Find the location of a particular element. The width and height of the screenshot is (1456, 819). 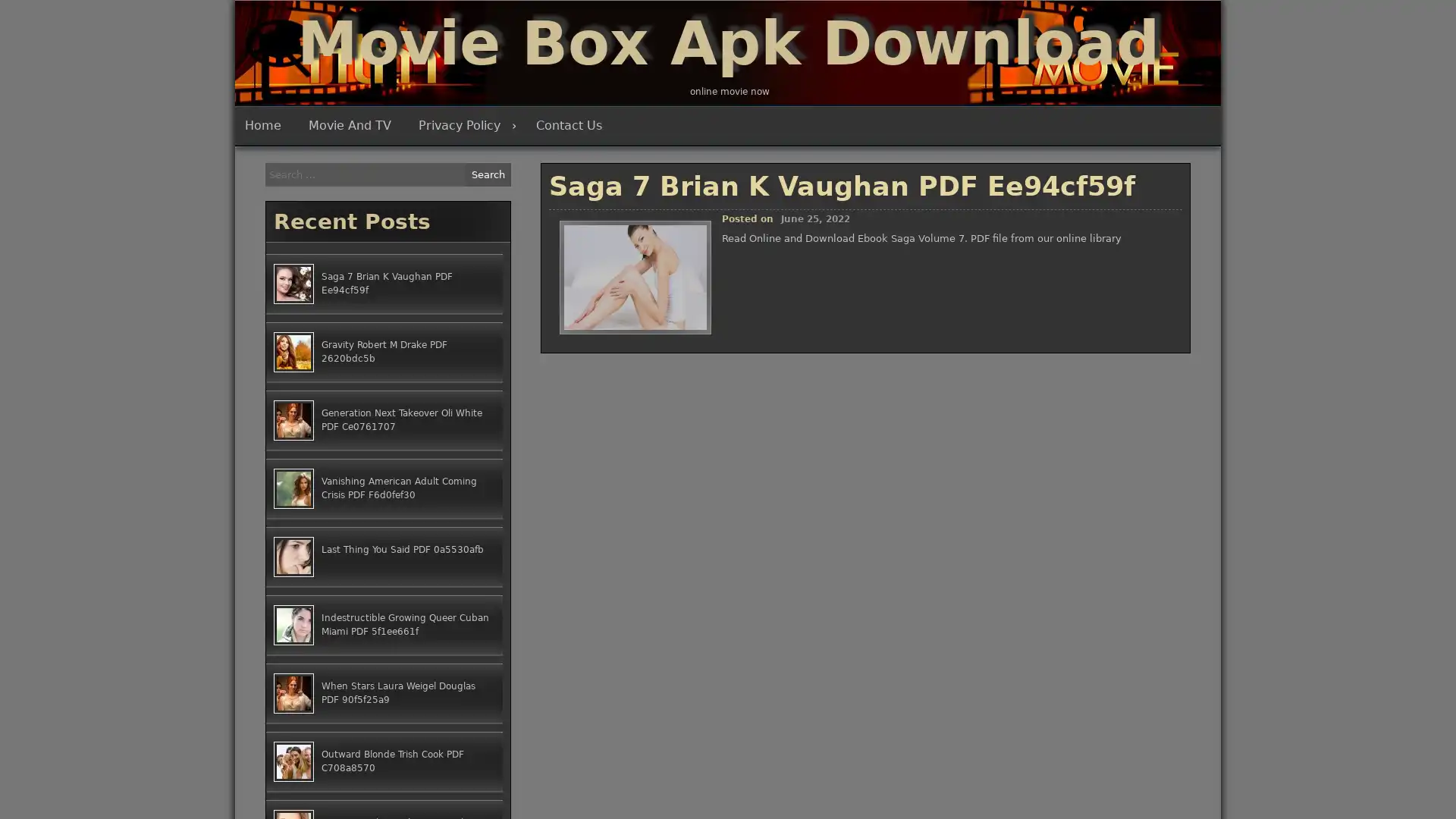

Search is located at coordinates (488, 174).